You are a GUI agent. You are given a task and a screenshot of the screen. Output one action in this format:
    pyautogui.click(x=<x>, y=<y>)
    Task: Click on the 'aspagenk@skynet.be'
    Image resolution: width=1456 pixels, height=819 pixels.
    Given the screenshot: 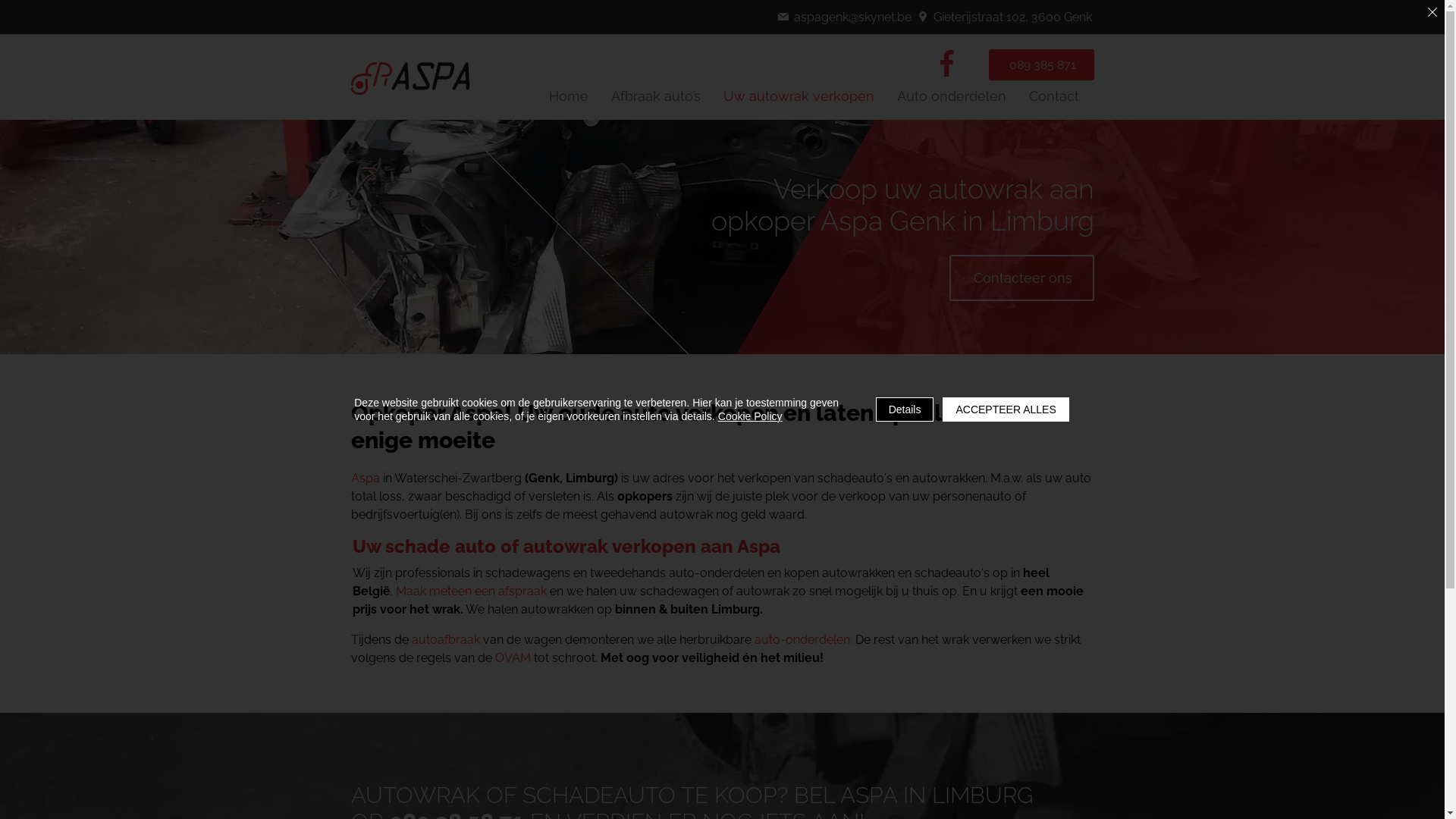 What is the action you would take?
    pyautogui.click(x=845, y=17)
    